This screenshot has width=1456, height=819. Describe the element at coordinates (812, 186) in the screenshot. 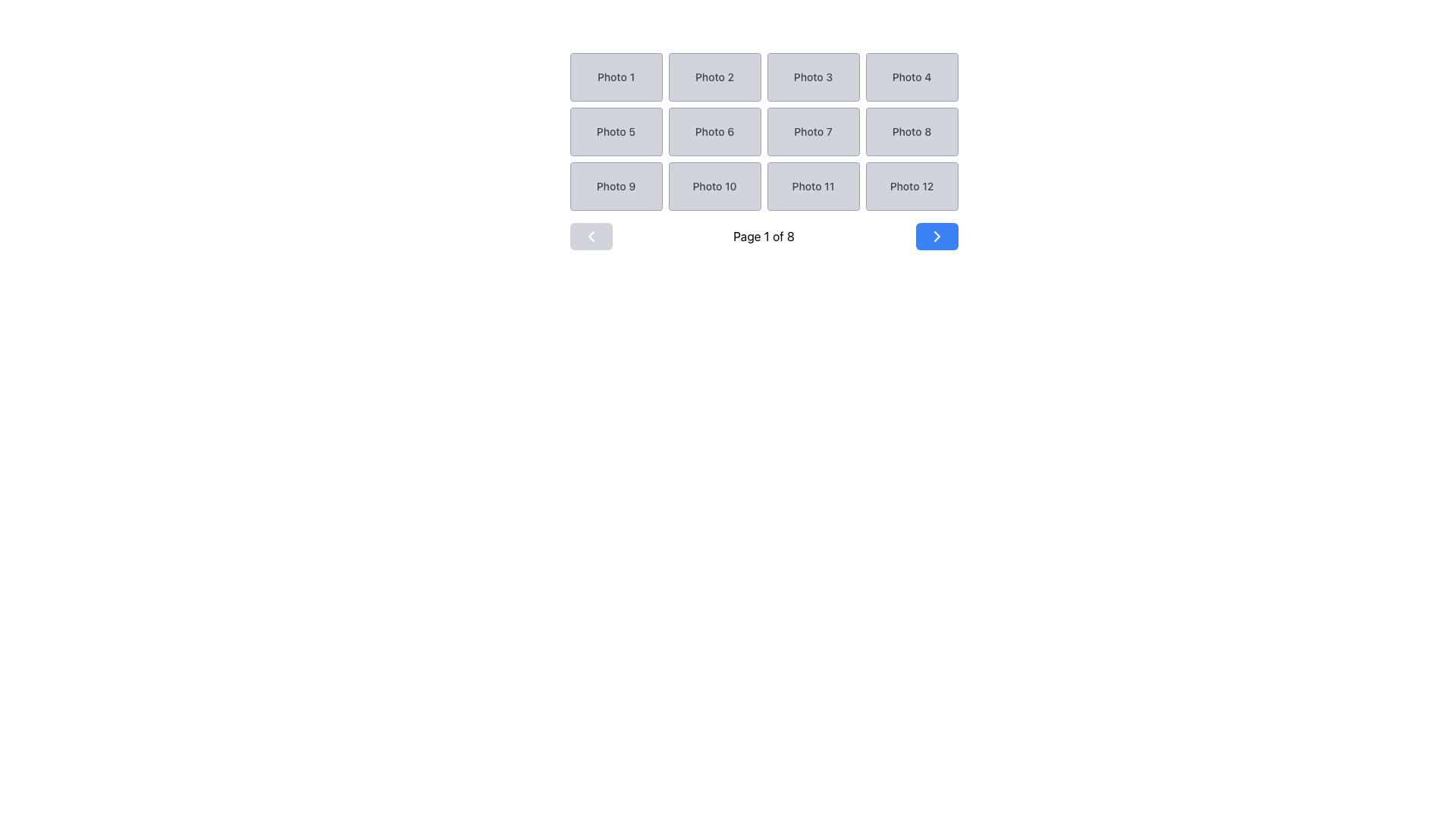

I see `the rectangular button with a light gray background and dark gray border labeled 'Photo 11'` at that location.